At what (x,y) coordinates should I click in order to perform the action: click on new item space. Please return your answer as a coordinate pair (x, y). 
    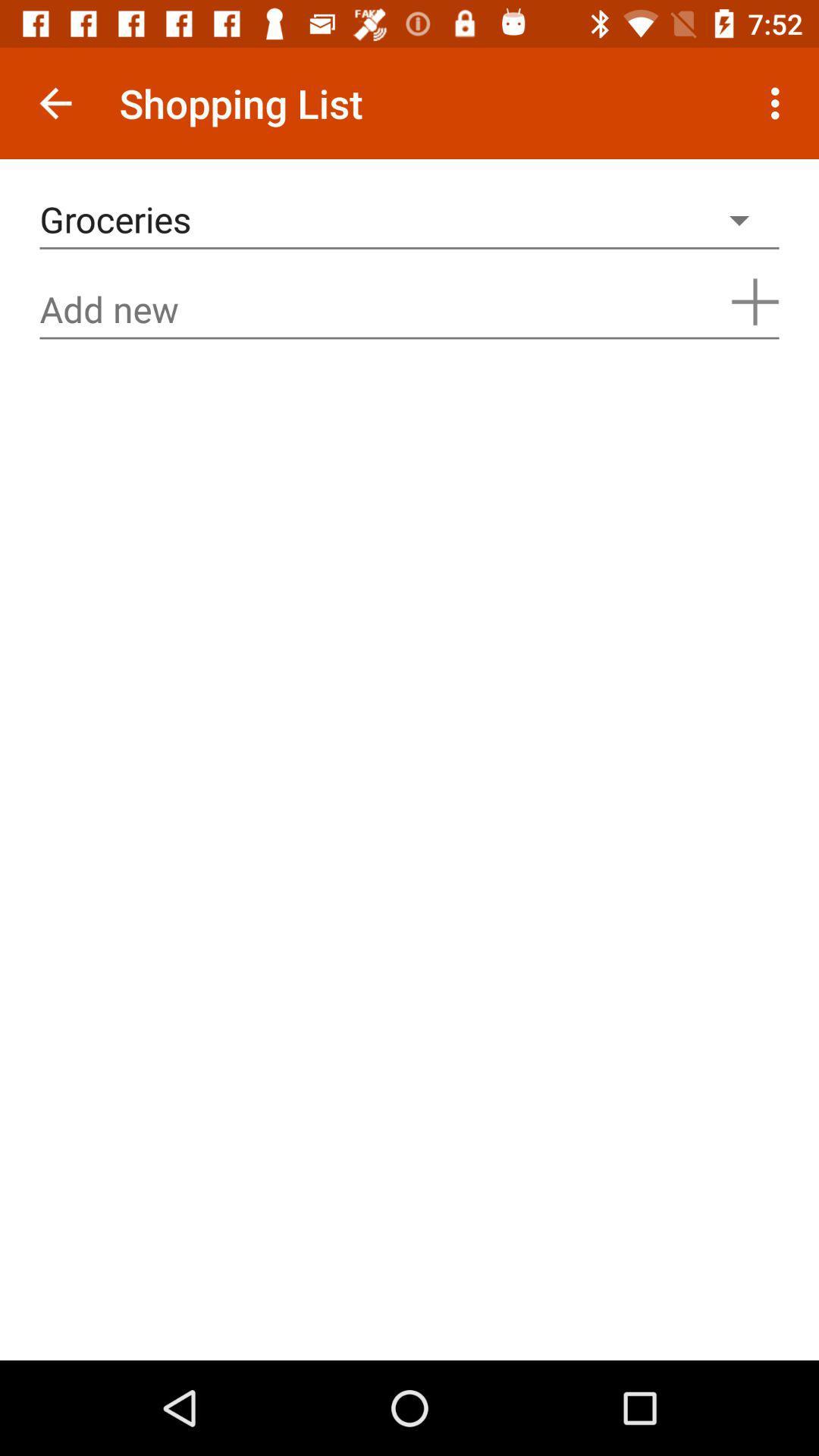
    Looking at the image, I should click on (409, 309).